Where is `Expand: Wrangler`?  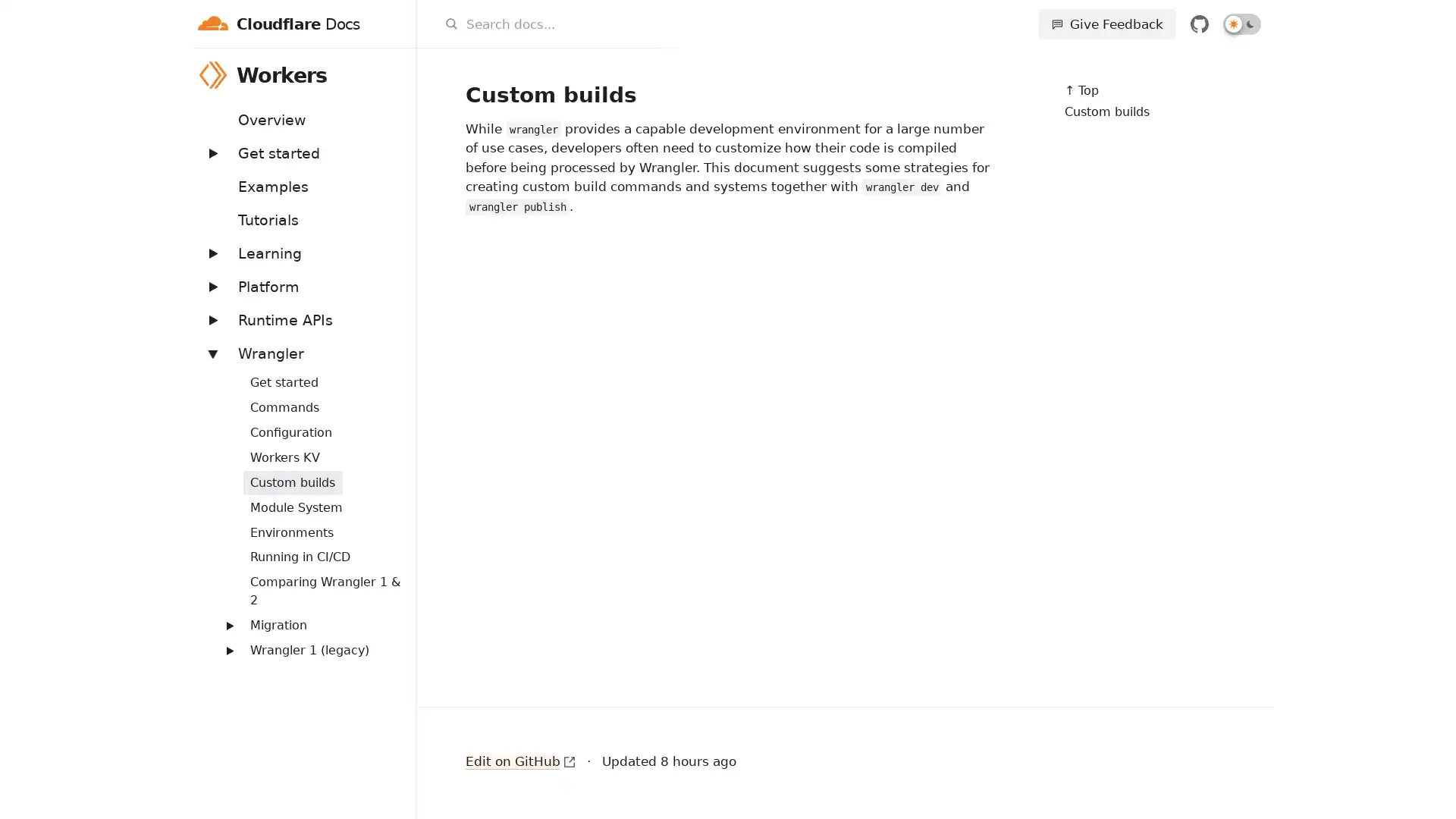
Expand: Wrangler is located at coordinates (211, 353).